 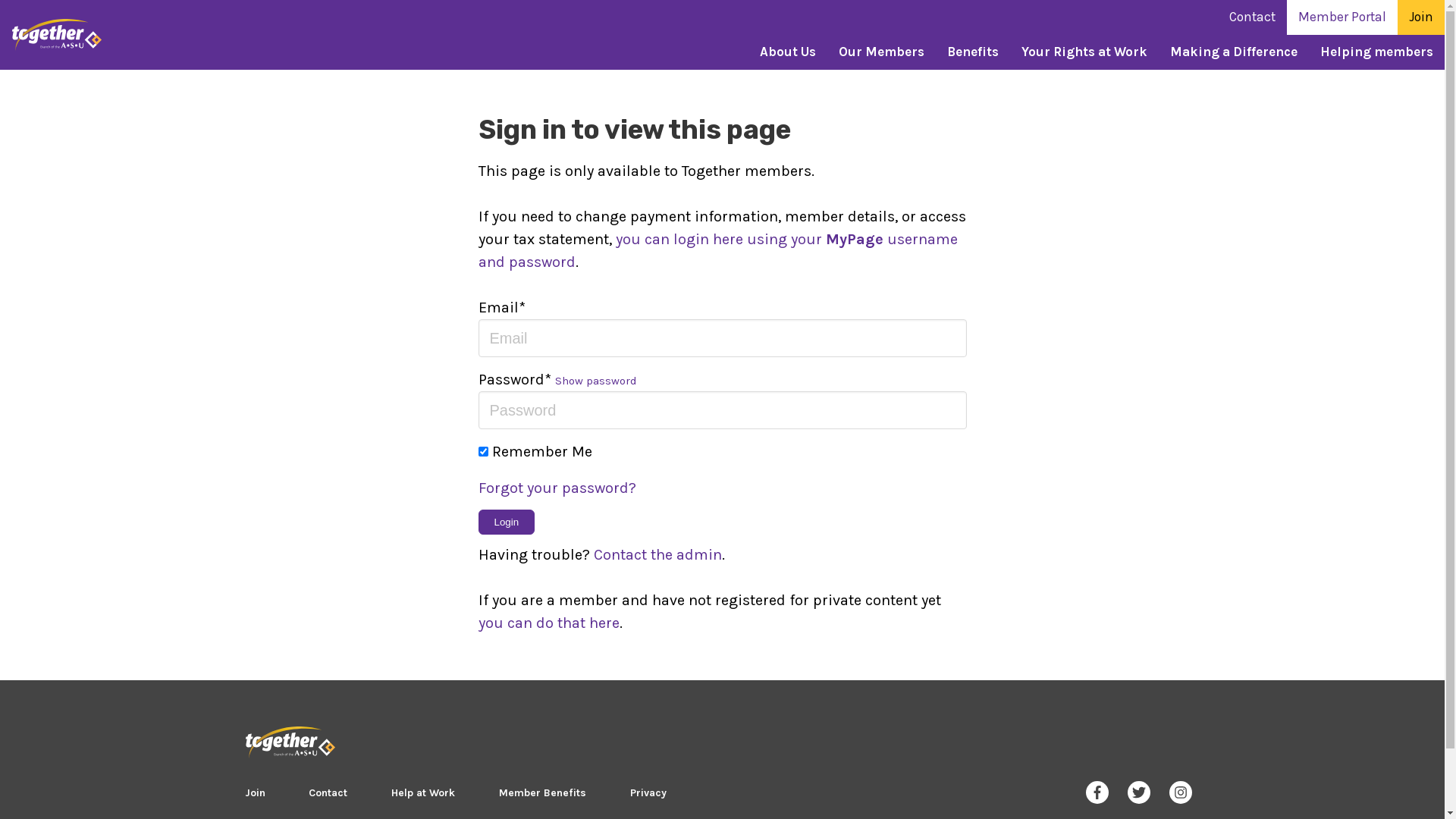 I want to click on 'you can login here using your MyPage username and password', so click(x=716, y=249).